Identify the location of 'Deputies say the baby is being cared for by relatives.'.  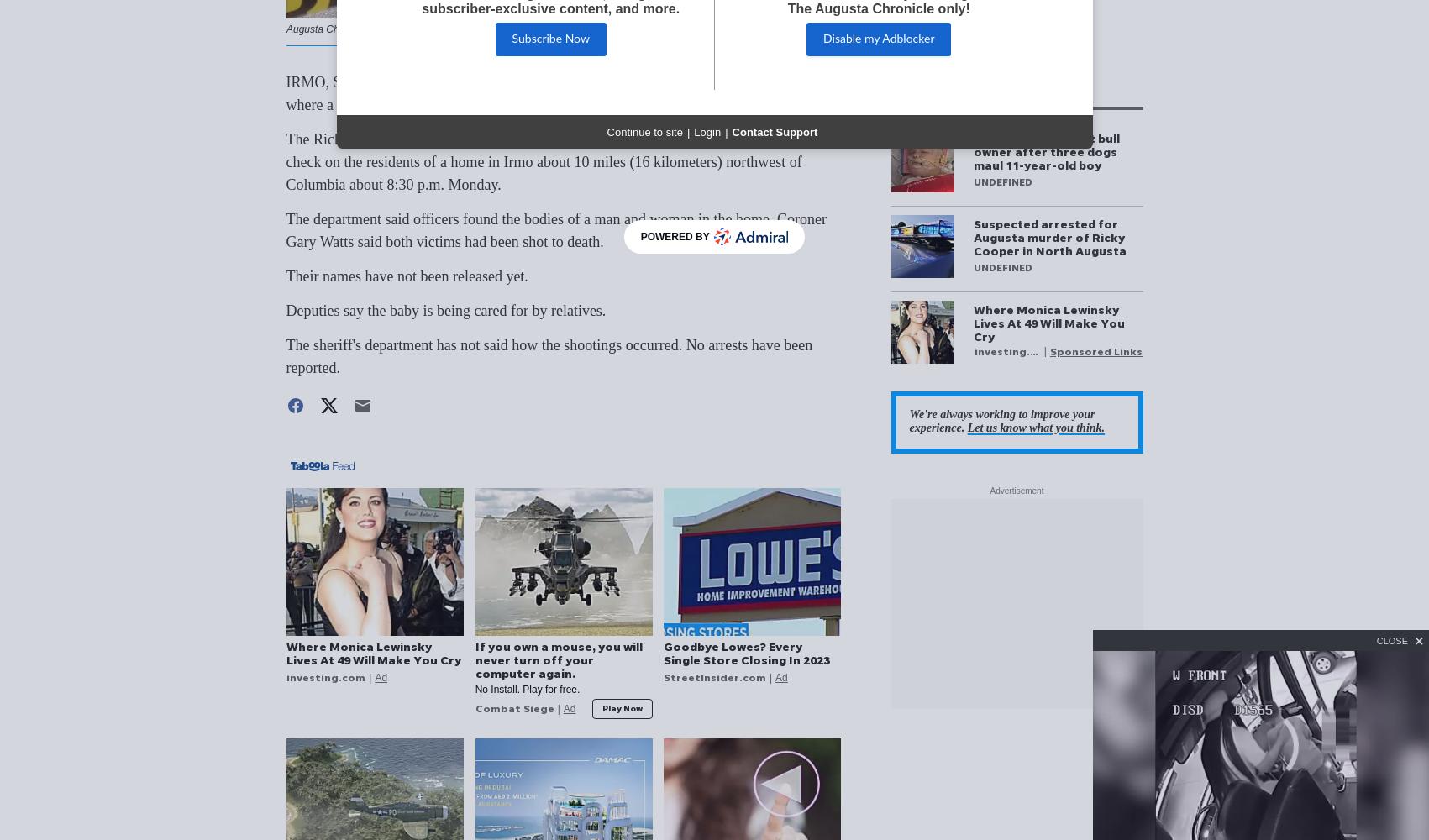
(445, 310).